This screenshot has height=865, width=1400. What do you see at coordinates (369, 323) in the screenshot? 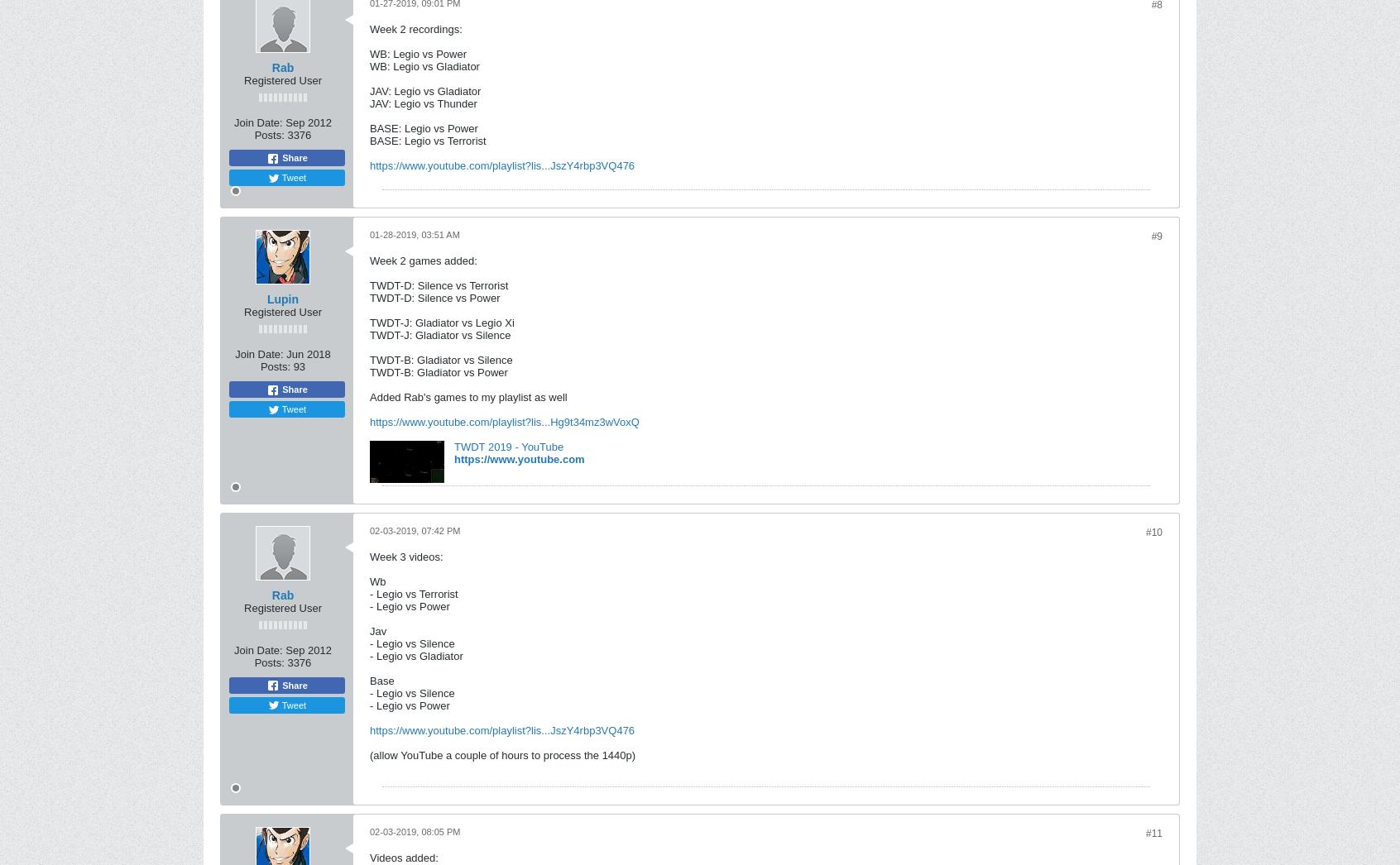
I see `'TWDT-J: Gladiator vs Legio Xi'` at bounding box center [369, 323].